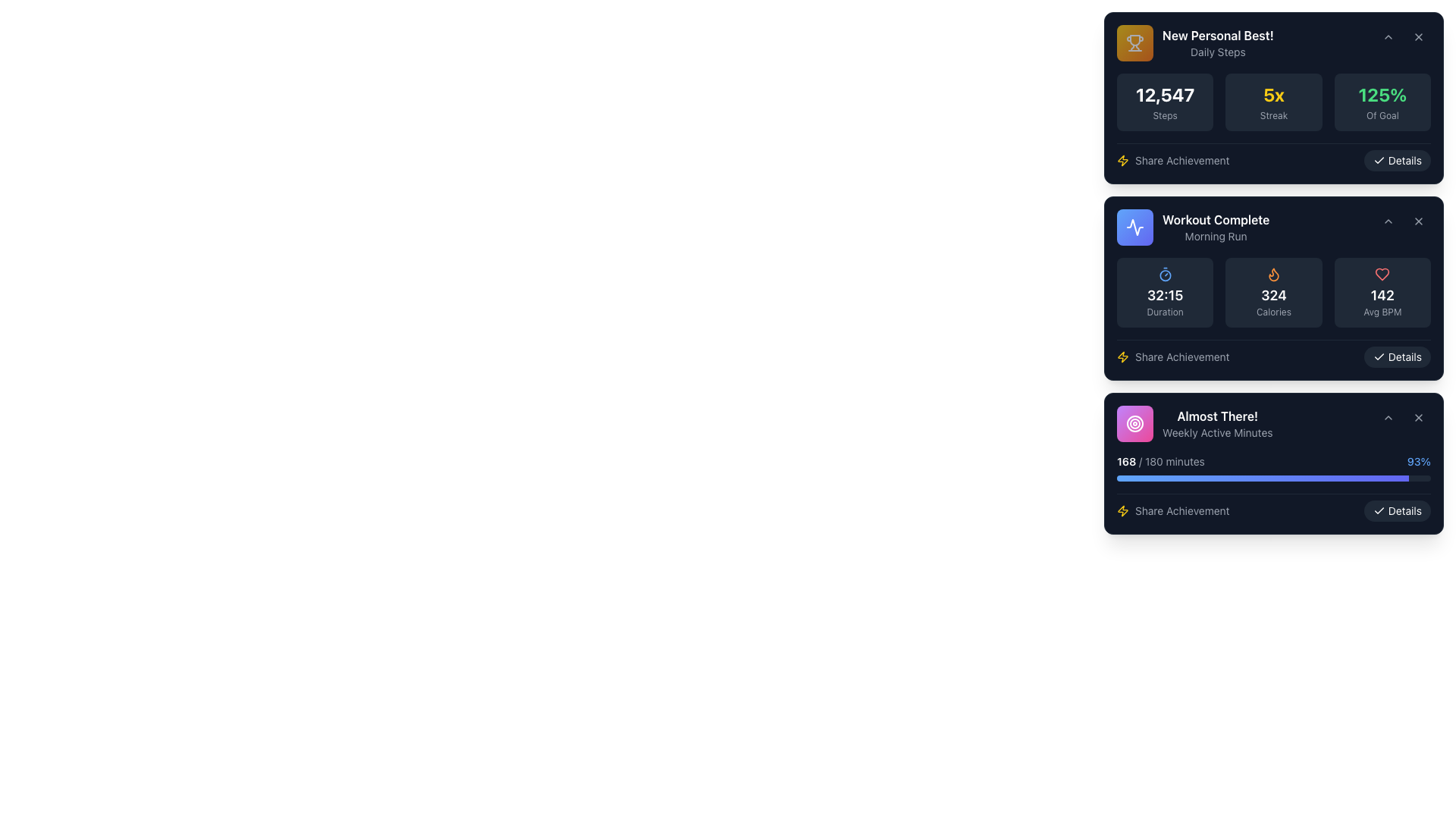 This screenshot has height=819, width=1456. What do you see at coordinates (1274, 102) in the screenshot?
I see `displayed metrics from the informational display panel that shows total steps, current streak, and percentage of goal completion, located in the 'New Personal Best! Daily Steps' section` at bounding box center [1274, 102].